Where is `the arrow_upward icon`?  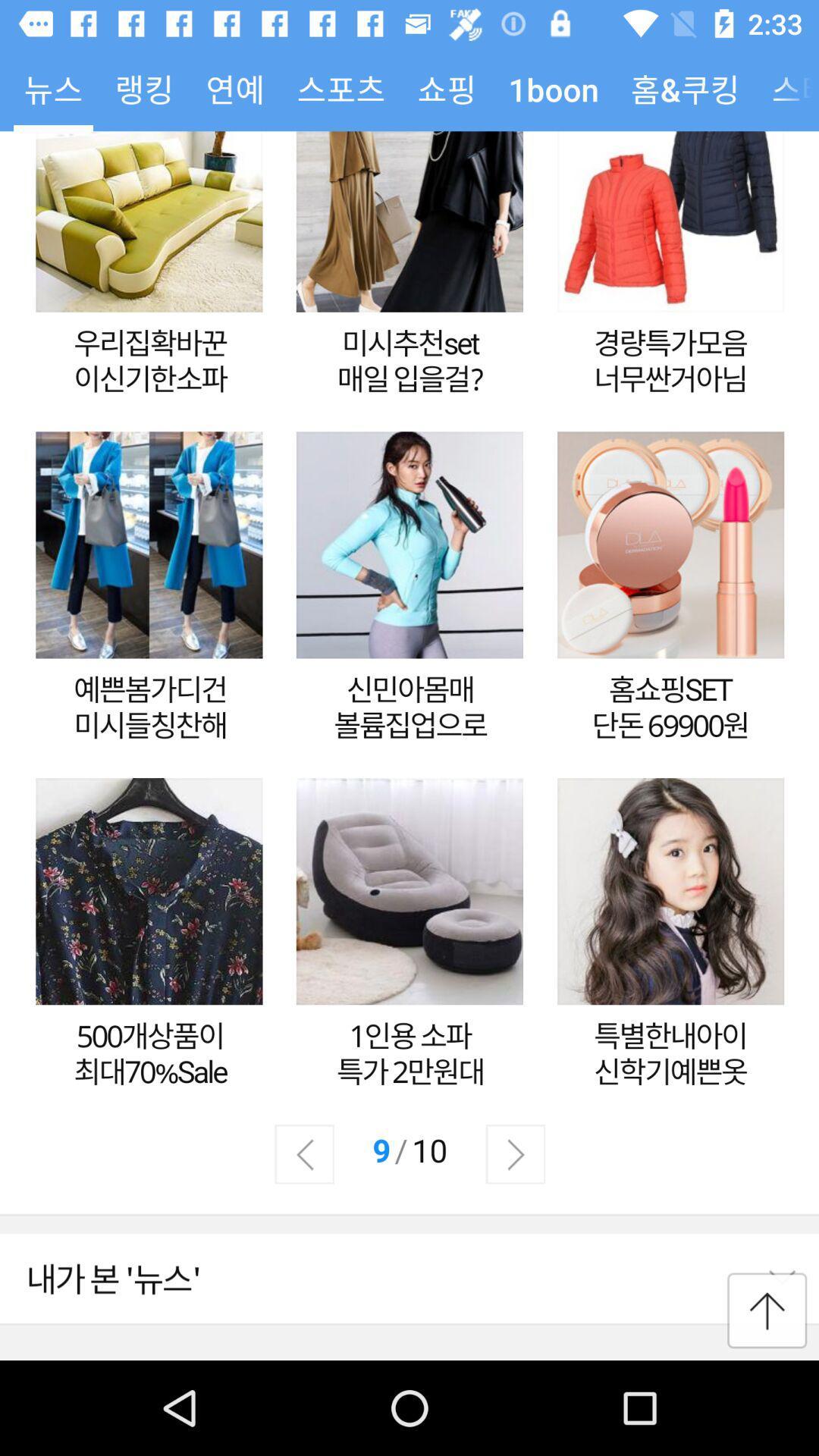 the arrow_upward icon is located at coordinates (767, 1310).